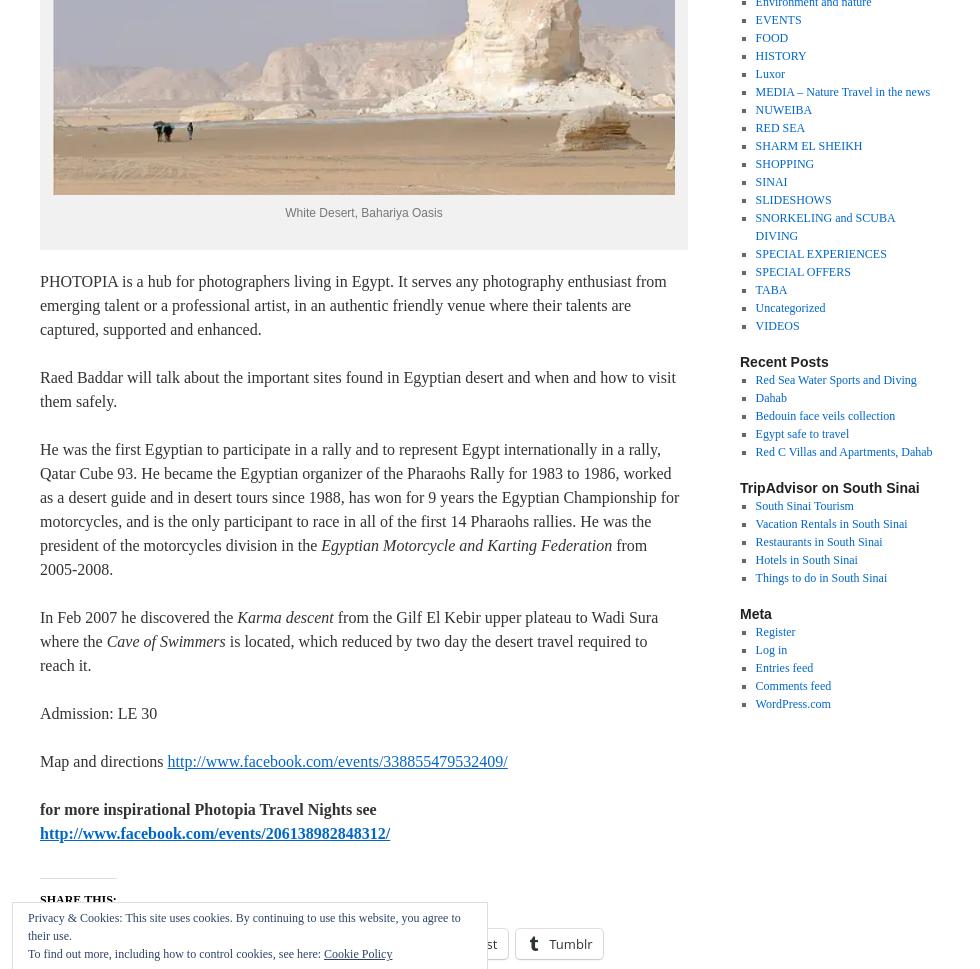  What do you see at coordinates (754, 128) in the screenshot?
I see `'RED SEA'` at bounding box center [754, 128].